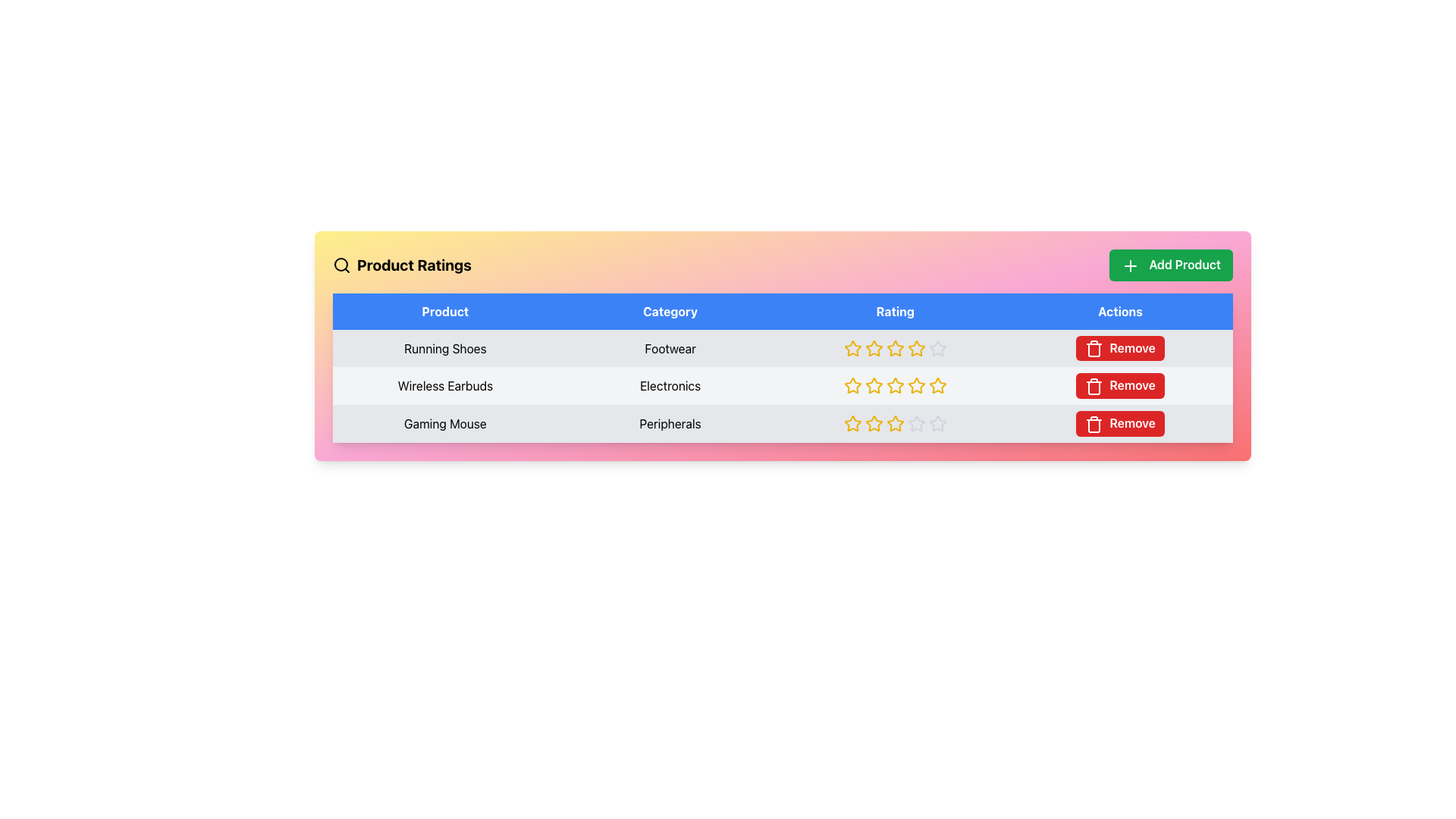  I want to click on the fourth star icon in the rating section of the Gaming Mouse product, which is styled in yellow with a hollow center, so click(895, 424).